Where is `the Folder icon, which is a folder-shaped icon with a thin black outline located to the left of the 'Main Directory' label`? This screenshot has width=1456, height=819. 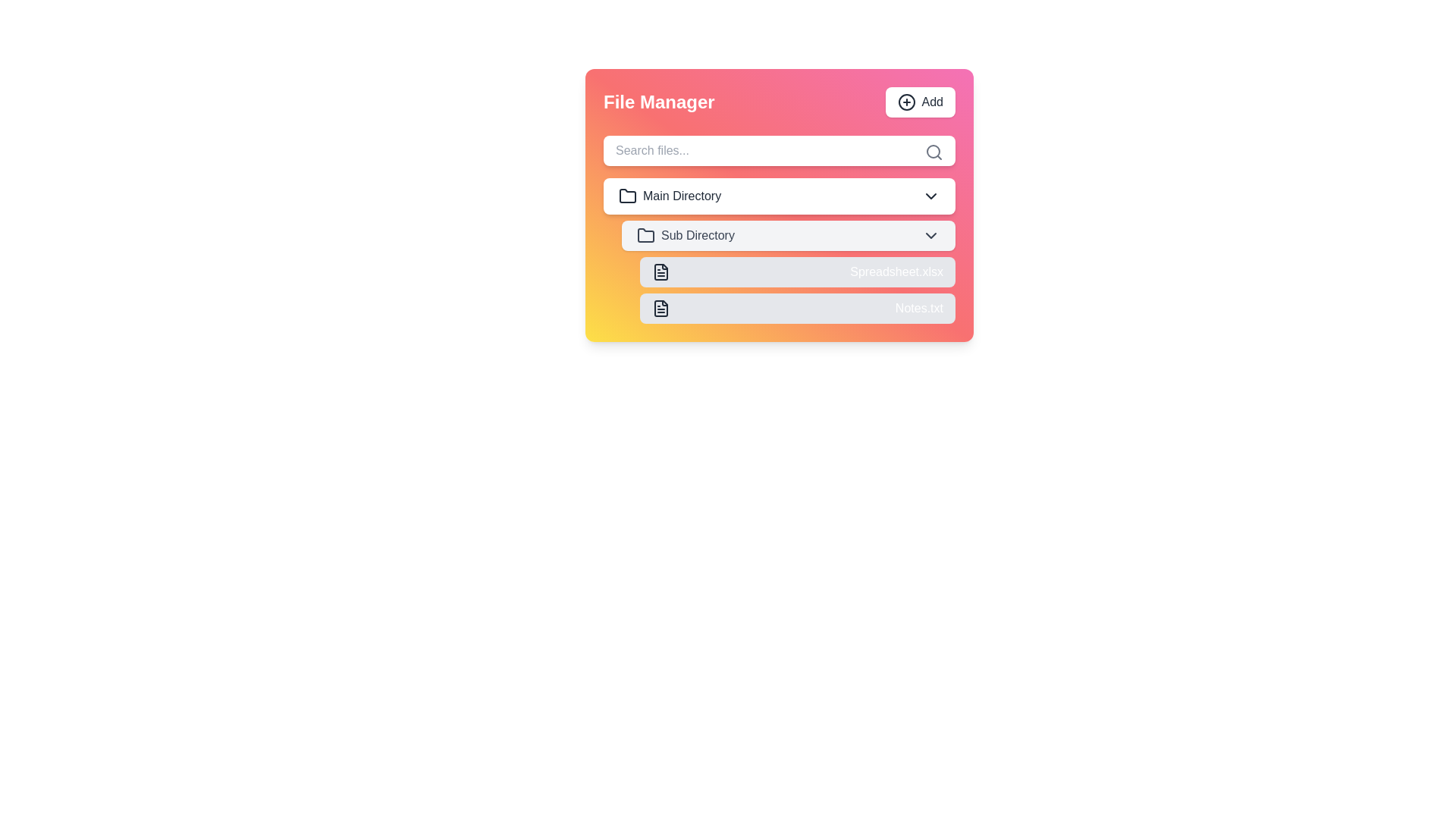
the Folder icon, which is a folder-shaped icon with a thin black outline located to the left of the 'Main Directory' label is located at coordinates (628, 195).